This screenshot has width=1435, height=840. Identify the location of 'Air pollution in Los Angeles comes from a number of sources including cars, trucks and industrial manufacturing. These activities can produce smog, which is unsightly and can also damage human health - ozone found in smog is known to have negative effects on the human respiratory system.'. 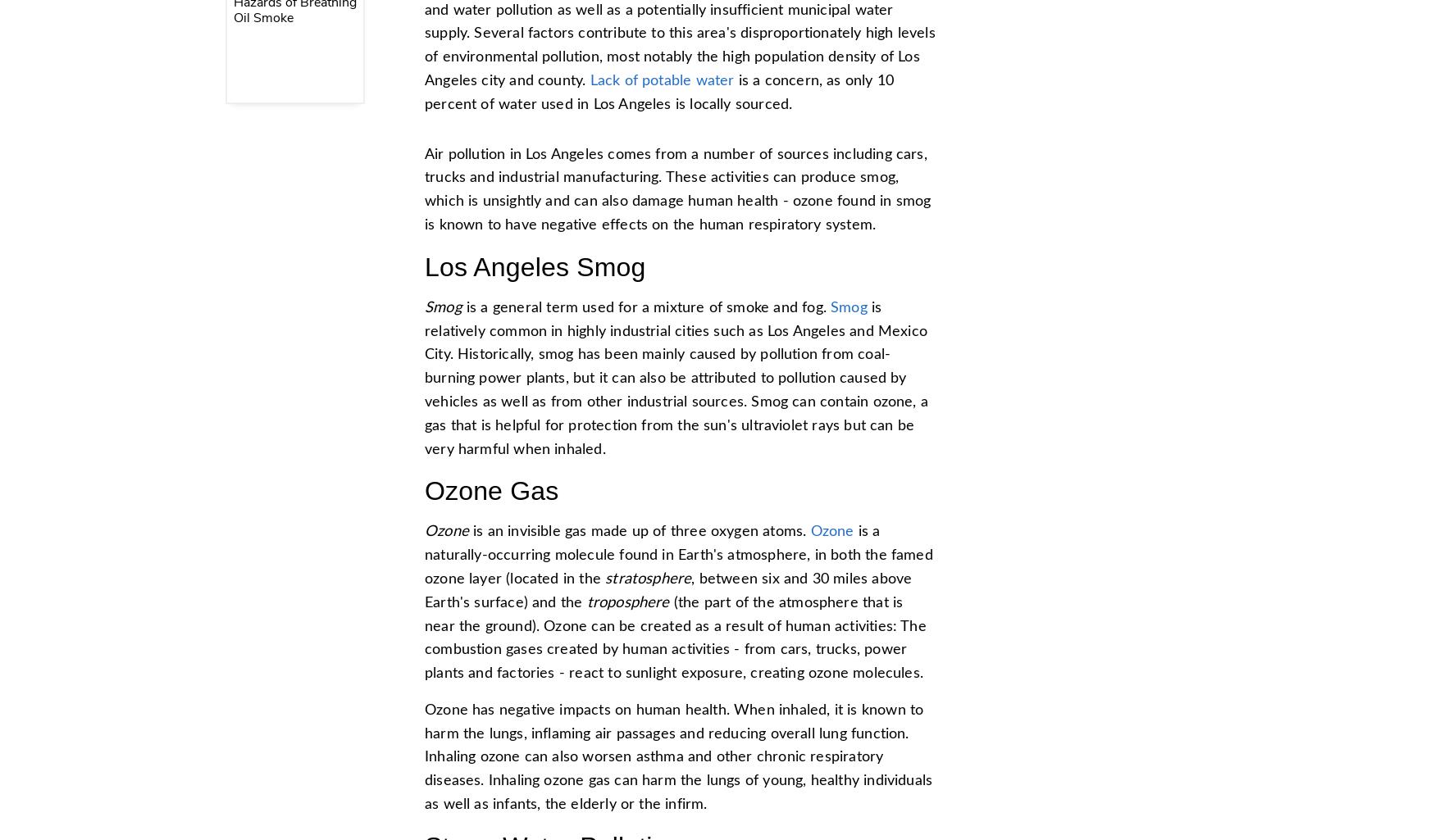
(424, 188).